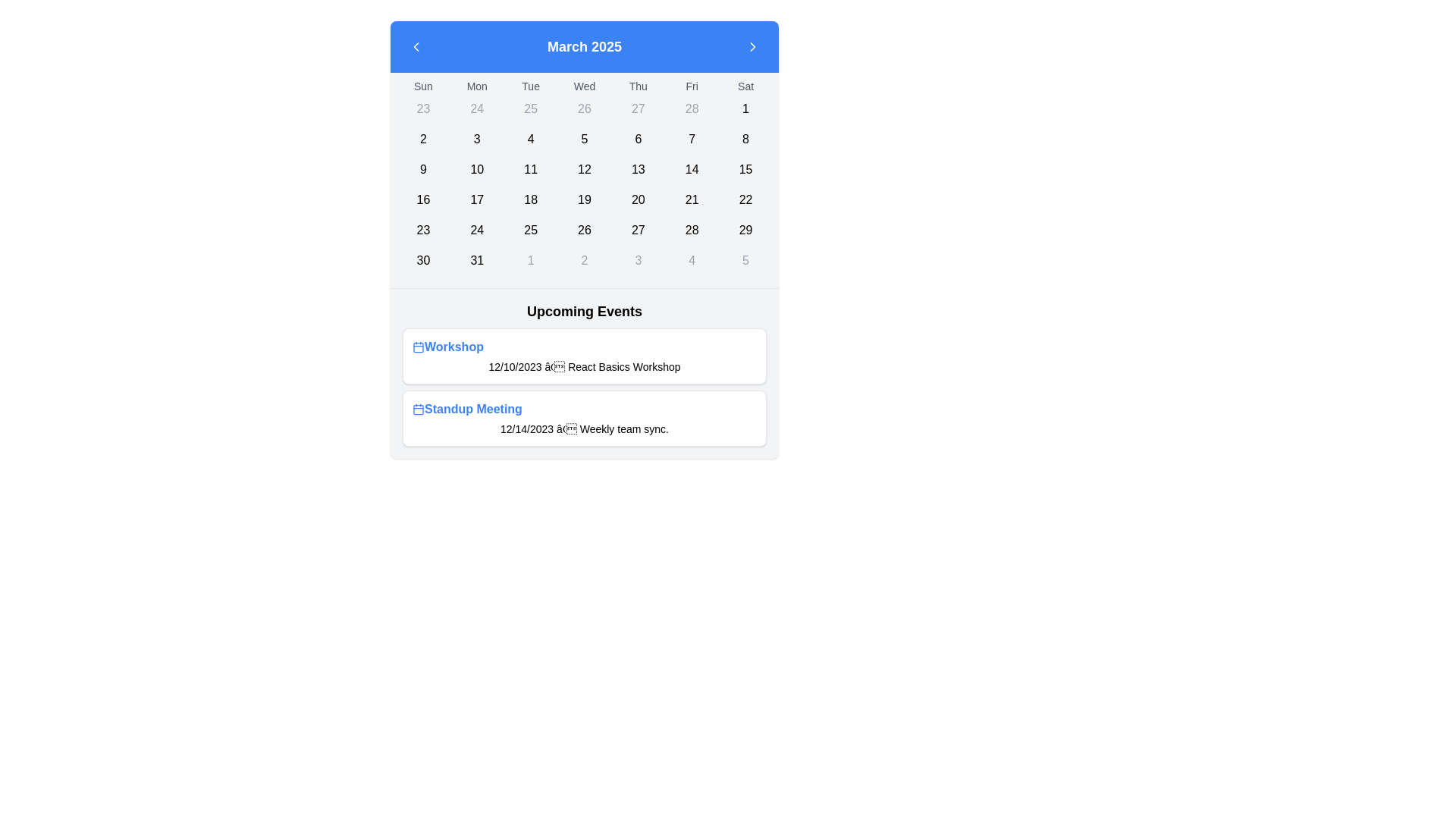 The image size is (1456, 819). Describe the element at coordinates (638, 86) in the screenshot. I see `the static text label for Thursday in the calendar interface, located between the labels for Wednesday and Friday` at that location.